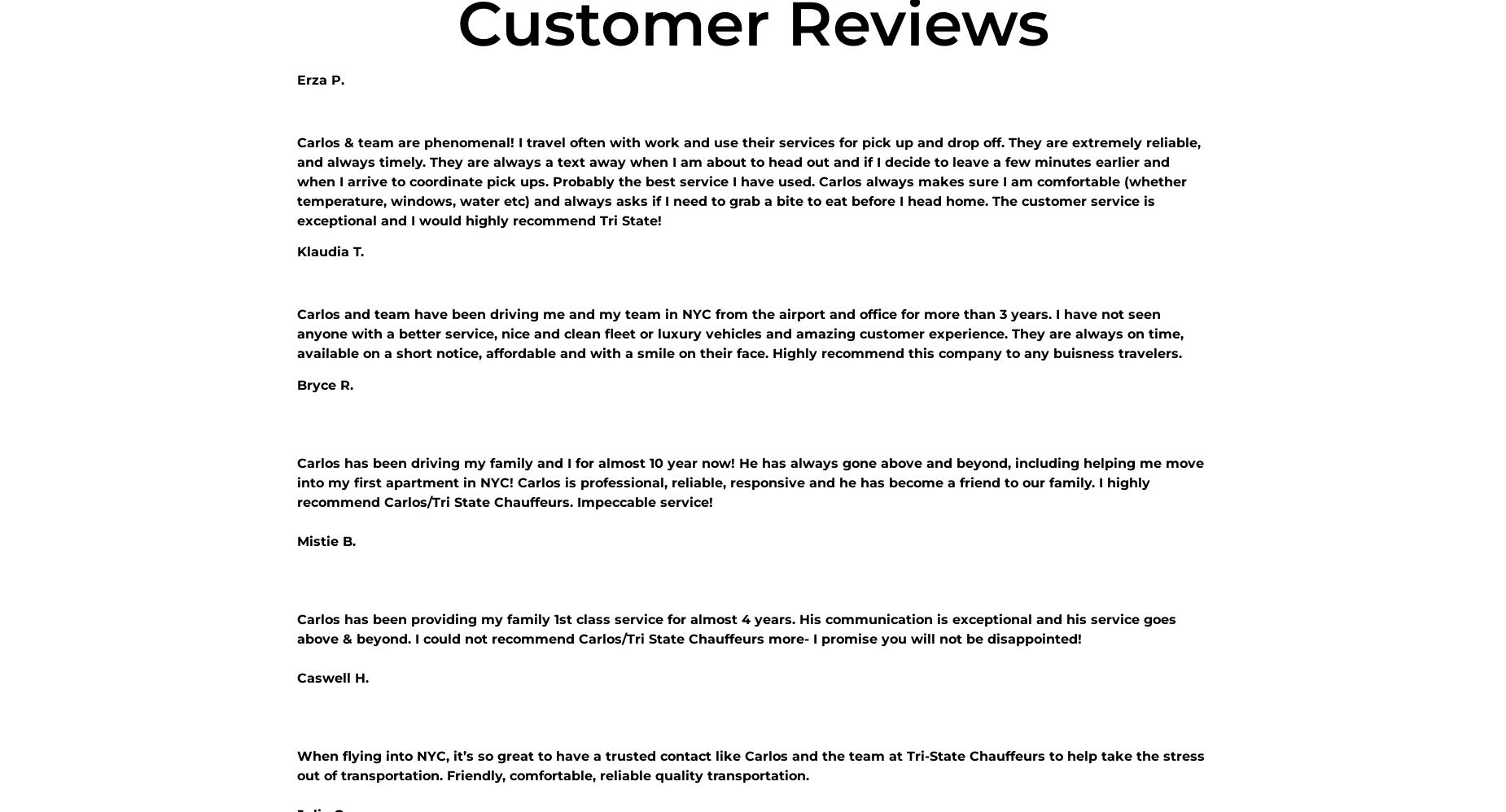  What do you see at coordinates (296, 539) in the screenshot?
I see `'Mistie B.'` at bounding box center [296, 539].